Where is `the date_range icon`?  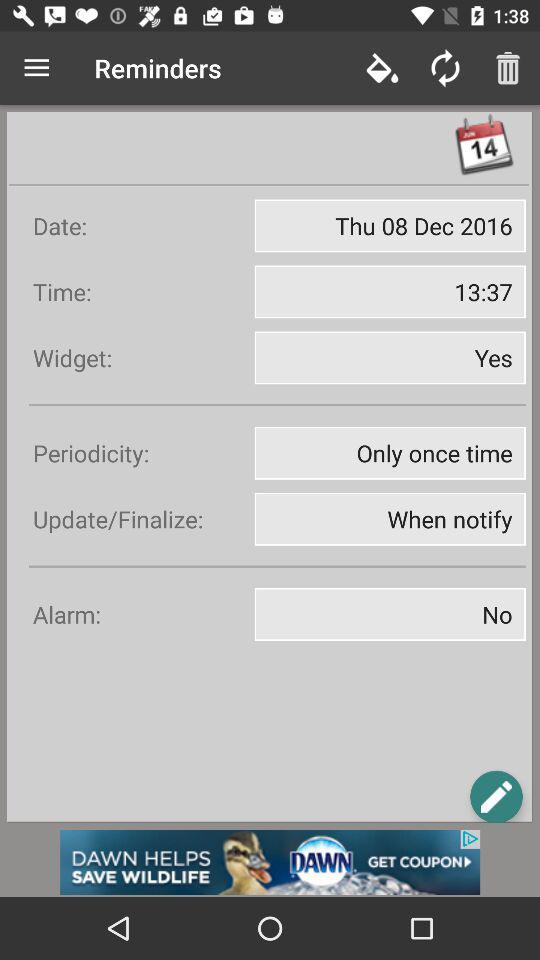
the date_range icon is located at coordinates (483, 144).